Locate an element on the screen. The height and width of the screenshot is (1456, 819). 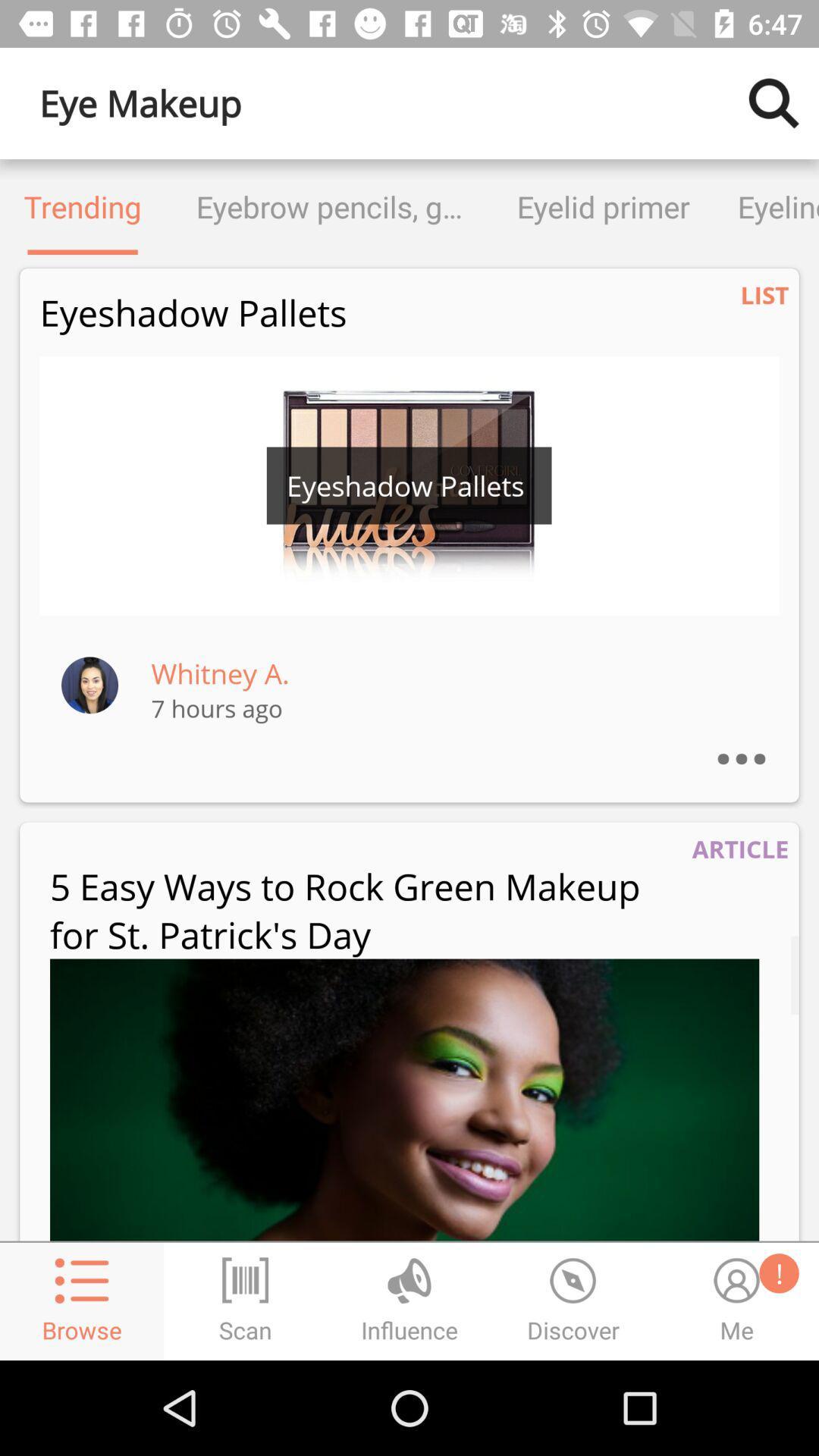
trending is located at coordinates (83, 206).